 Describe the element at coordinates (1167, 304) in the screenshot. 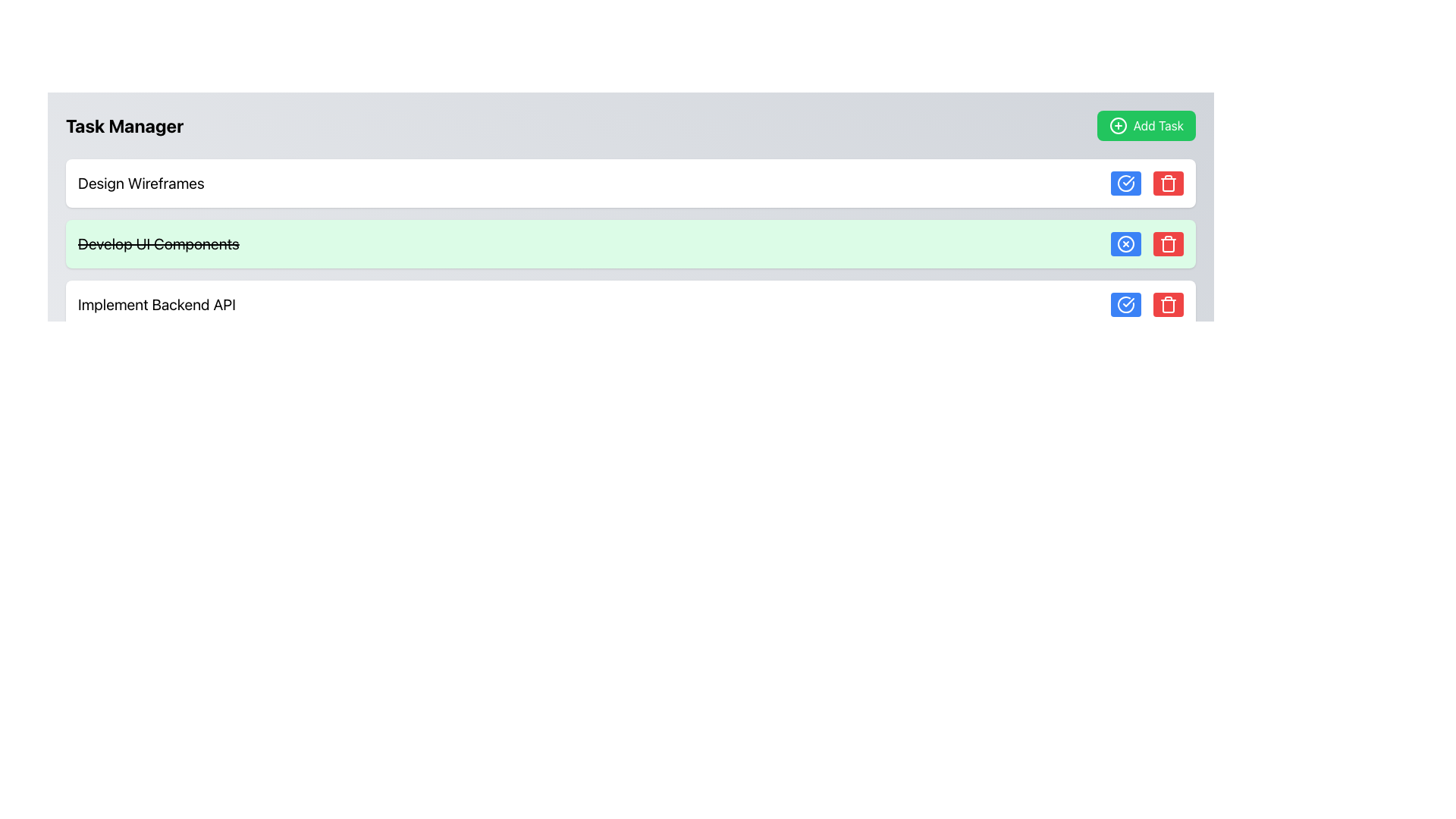

I see `the trash icon button located at the far-right of the row for the task labeled 'Develop UI Components'` at that location.